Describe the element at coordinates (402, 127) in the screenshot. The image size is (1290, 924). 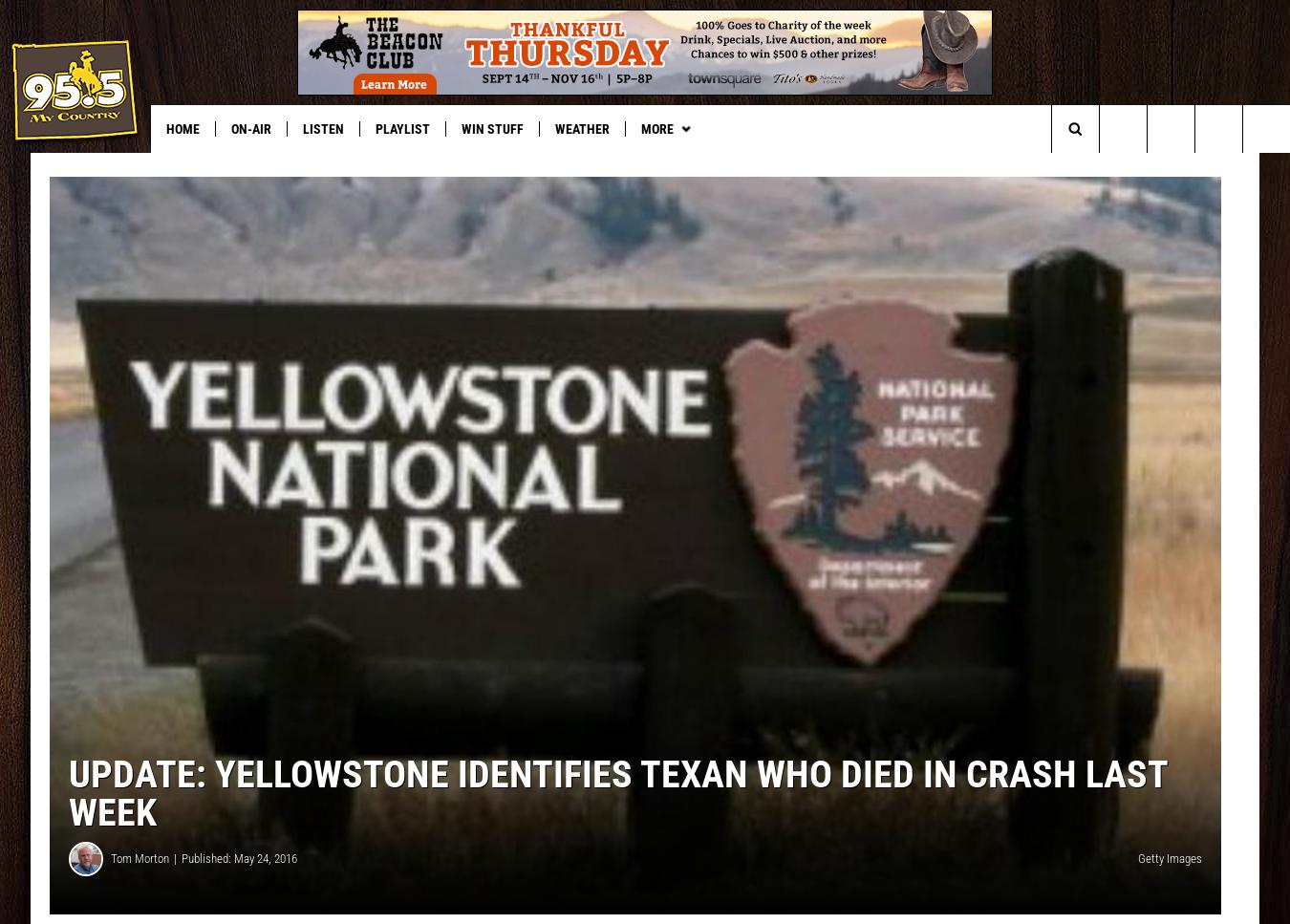
I see `'Playlist'` at that location.